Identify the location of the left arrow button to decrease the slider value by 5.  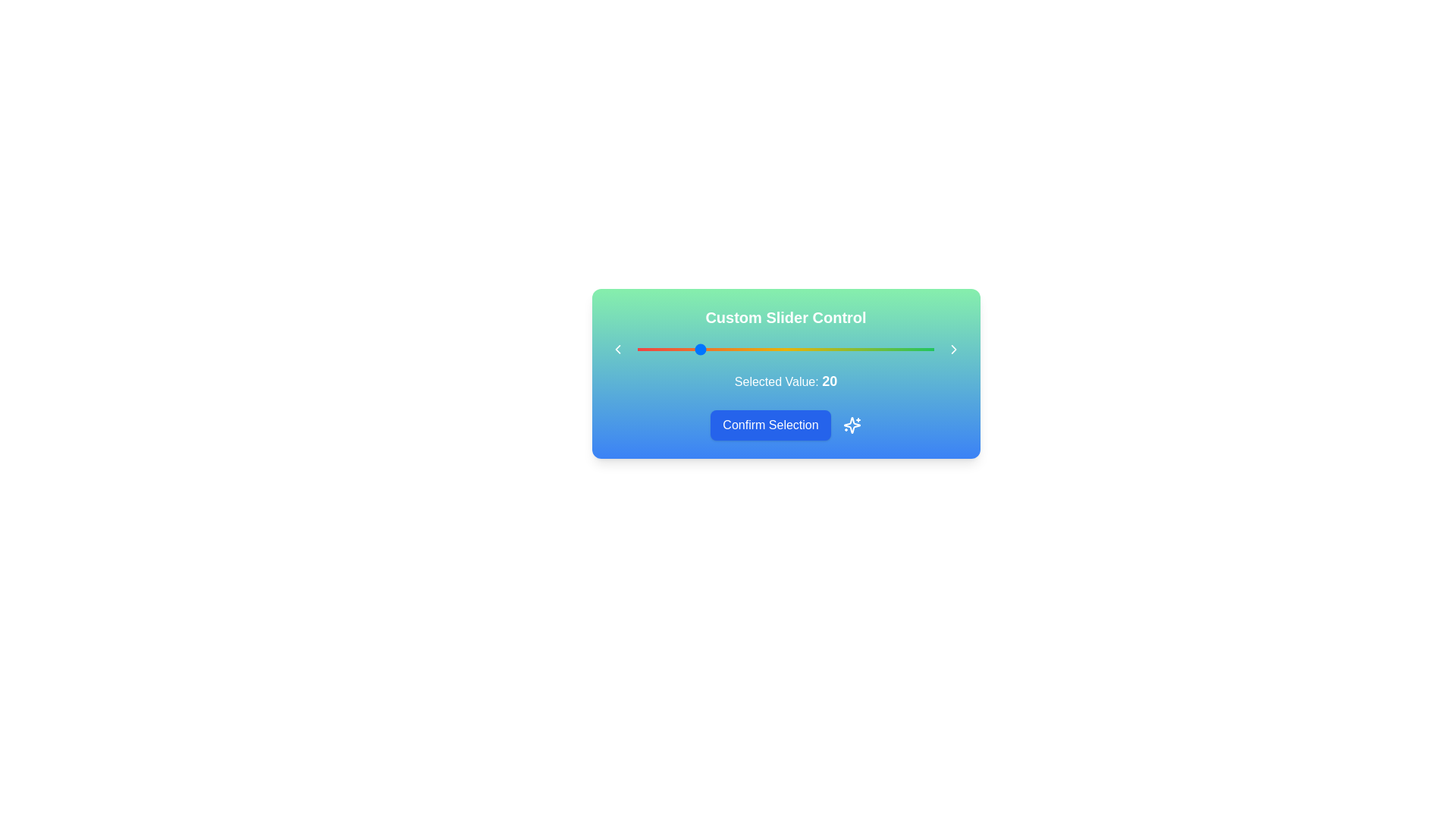
(617, 350).